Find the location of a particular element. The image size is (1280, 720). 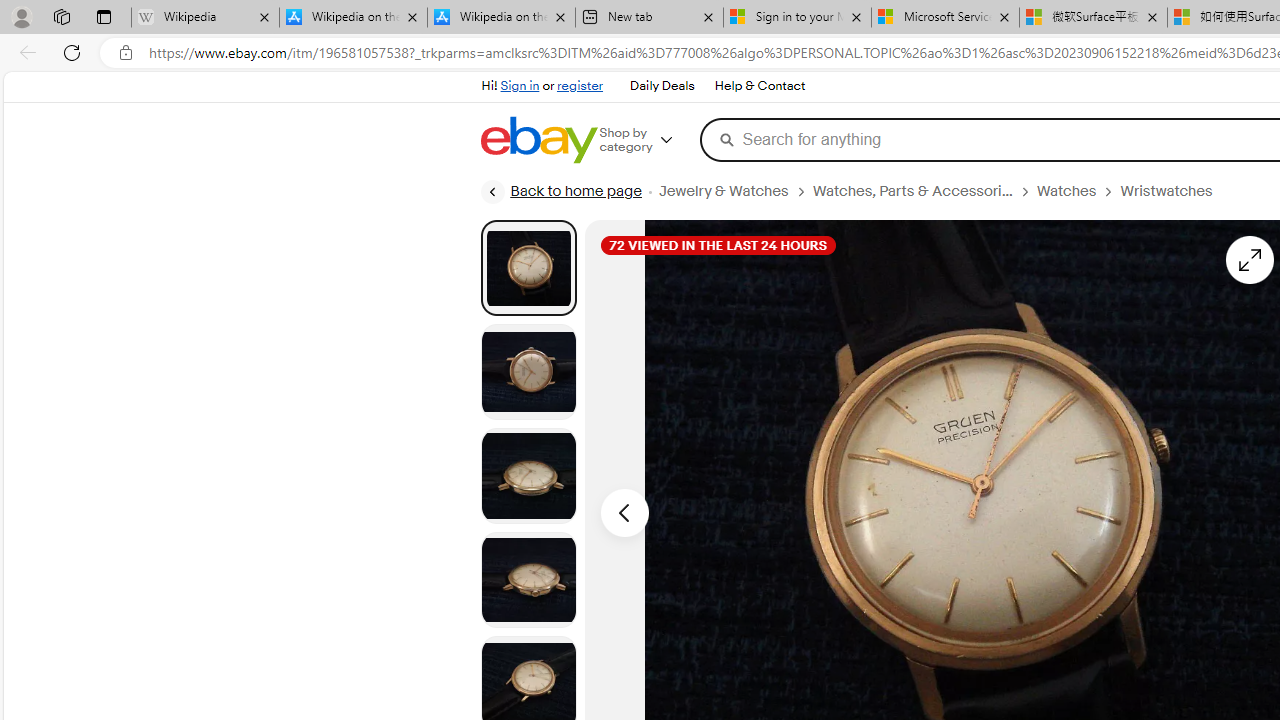

'Jewelry & Watches' is located at coordinates (722, 191).